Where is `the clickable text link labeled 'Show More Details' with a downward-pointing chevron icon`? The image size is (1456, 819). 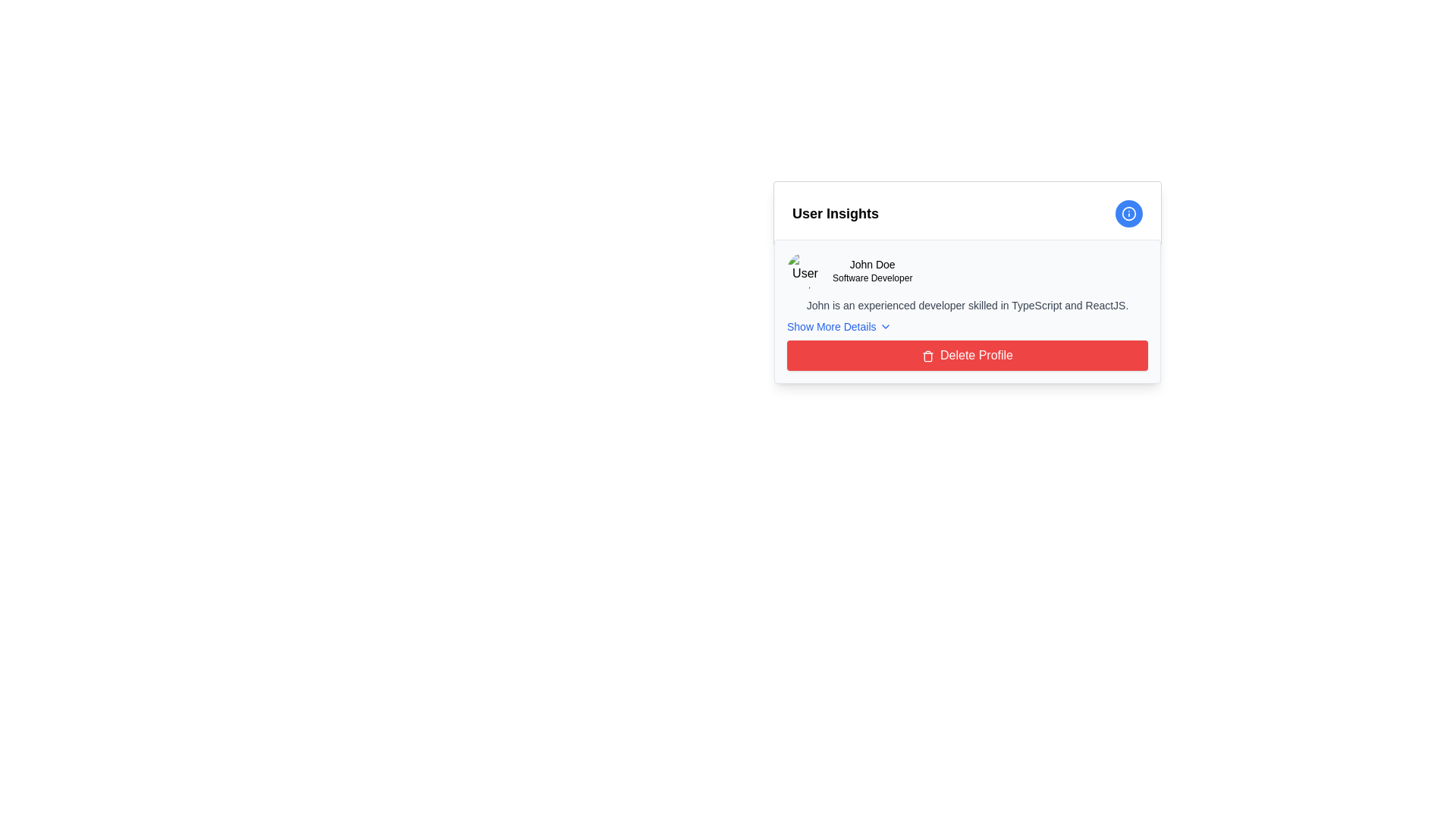
the clickable text link labeled 'Show More Details' with a downward-pointing chevron icon is located at coordinates (838, 326).